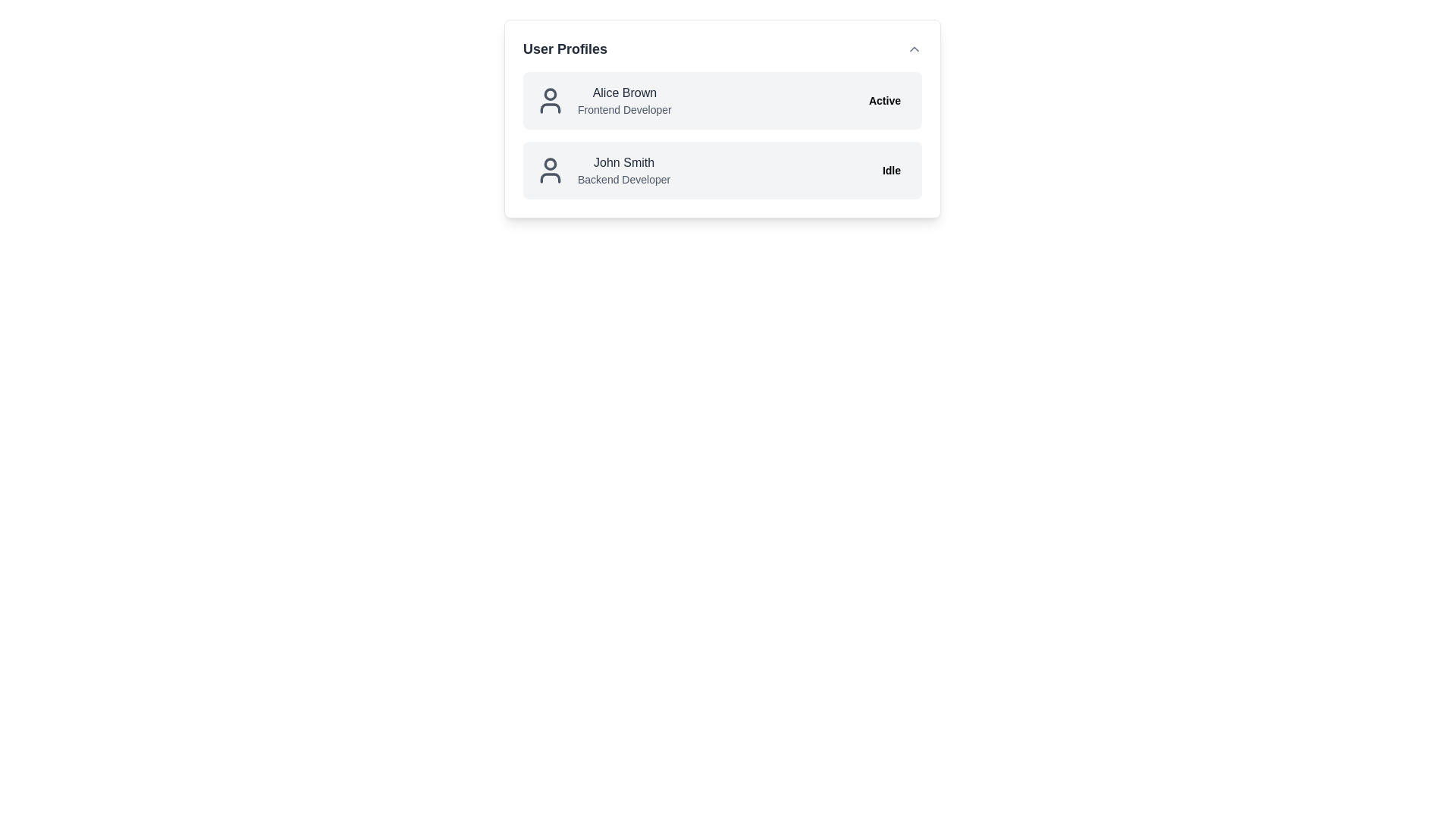 The image size is (1456, 819). What do you see at coordinates (602, 100) in the screenshot?
I see `the top profile summary list item for 'Alice Brown'` at bounding box center [602, 100].